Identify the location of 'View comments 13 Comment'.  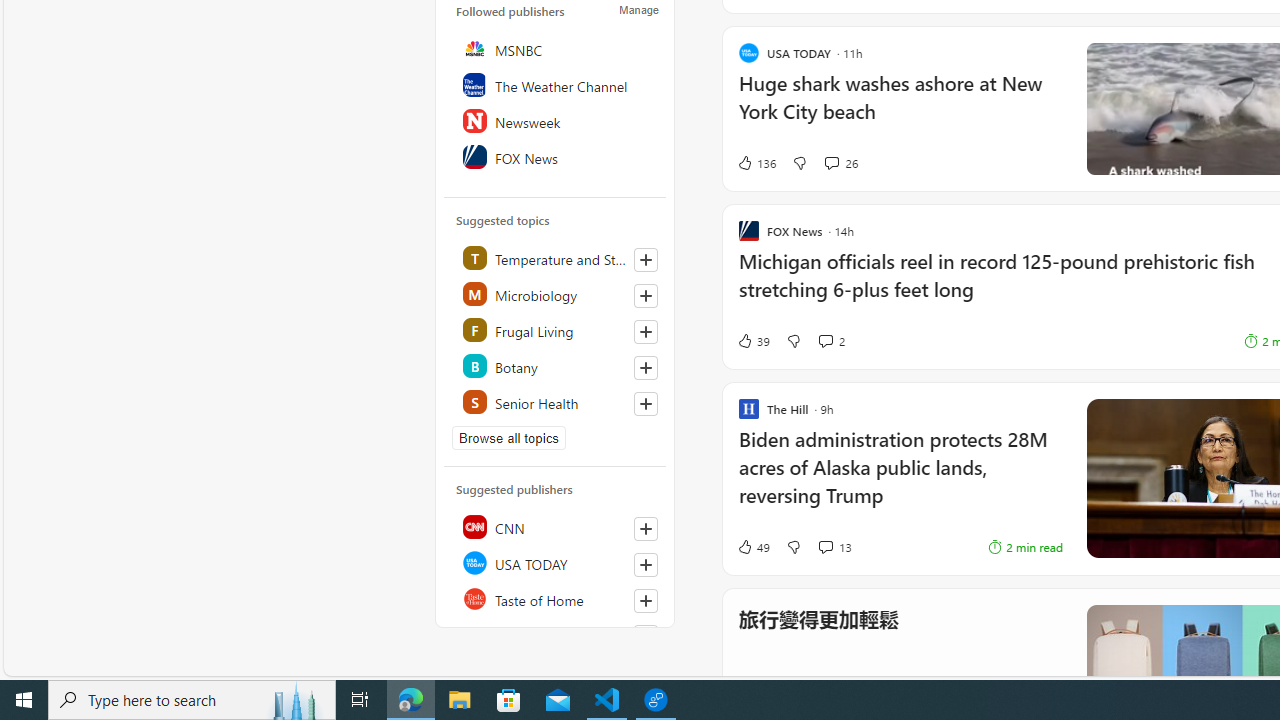
(825, 547).